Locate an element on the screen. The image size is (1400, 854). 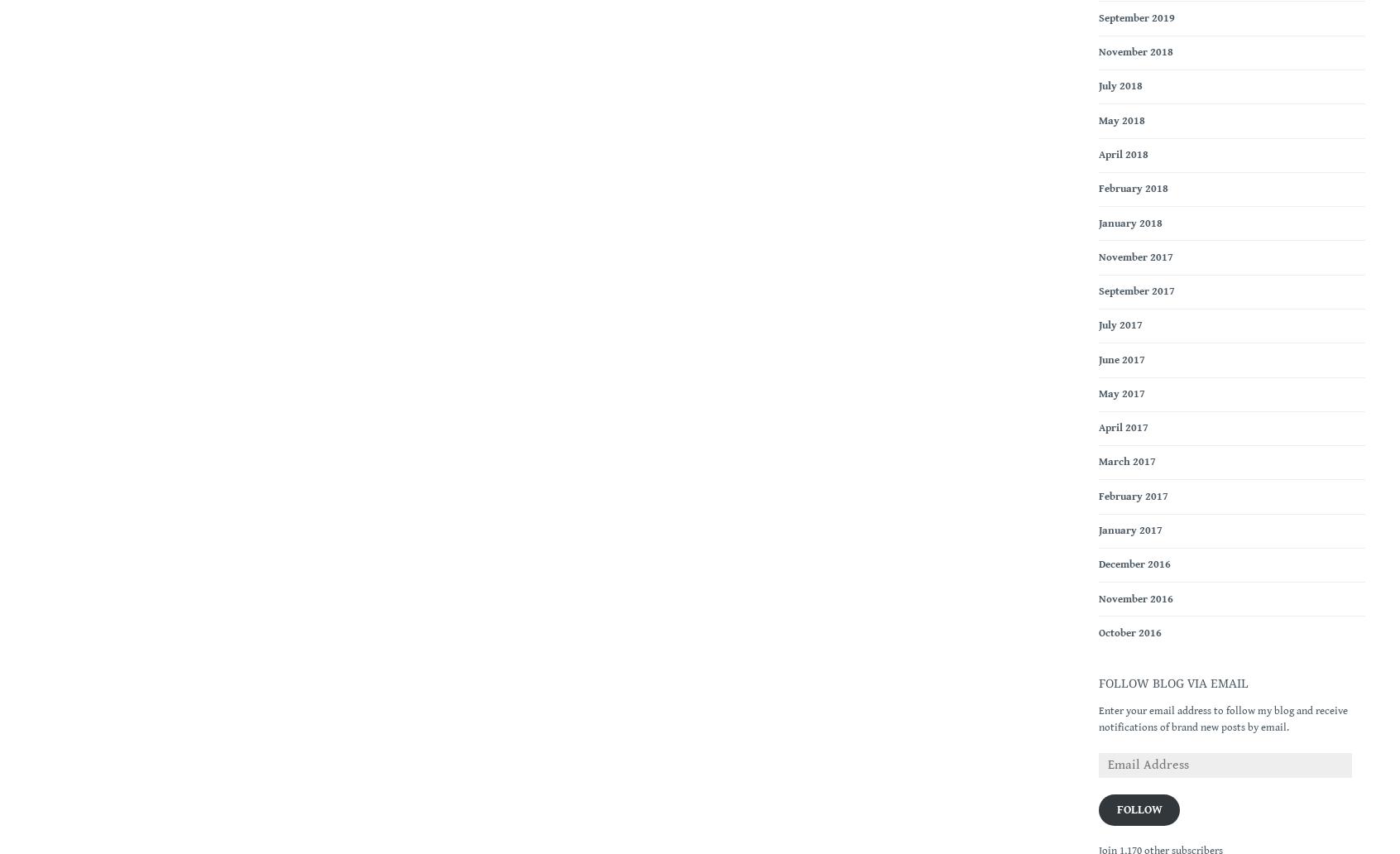
'November 2018' is located at coordinates (1136, 52).